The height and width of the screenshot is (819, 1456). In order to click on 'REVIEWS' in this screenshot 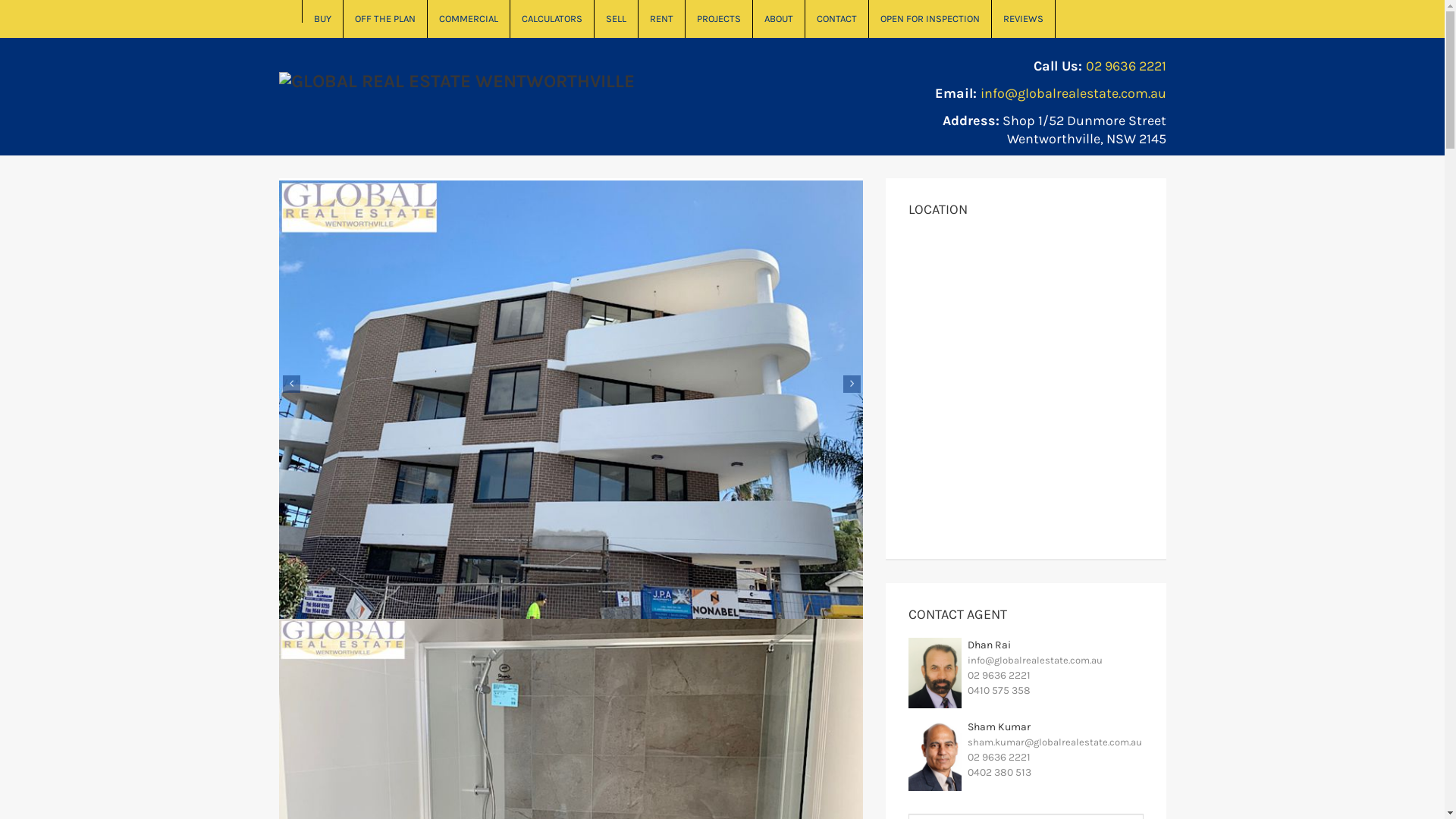, I will do `click(1023, 18)`.